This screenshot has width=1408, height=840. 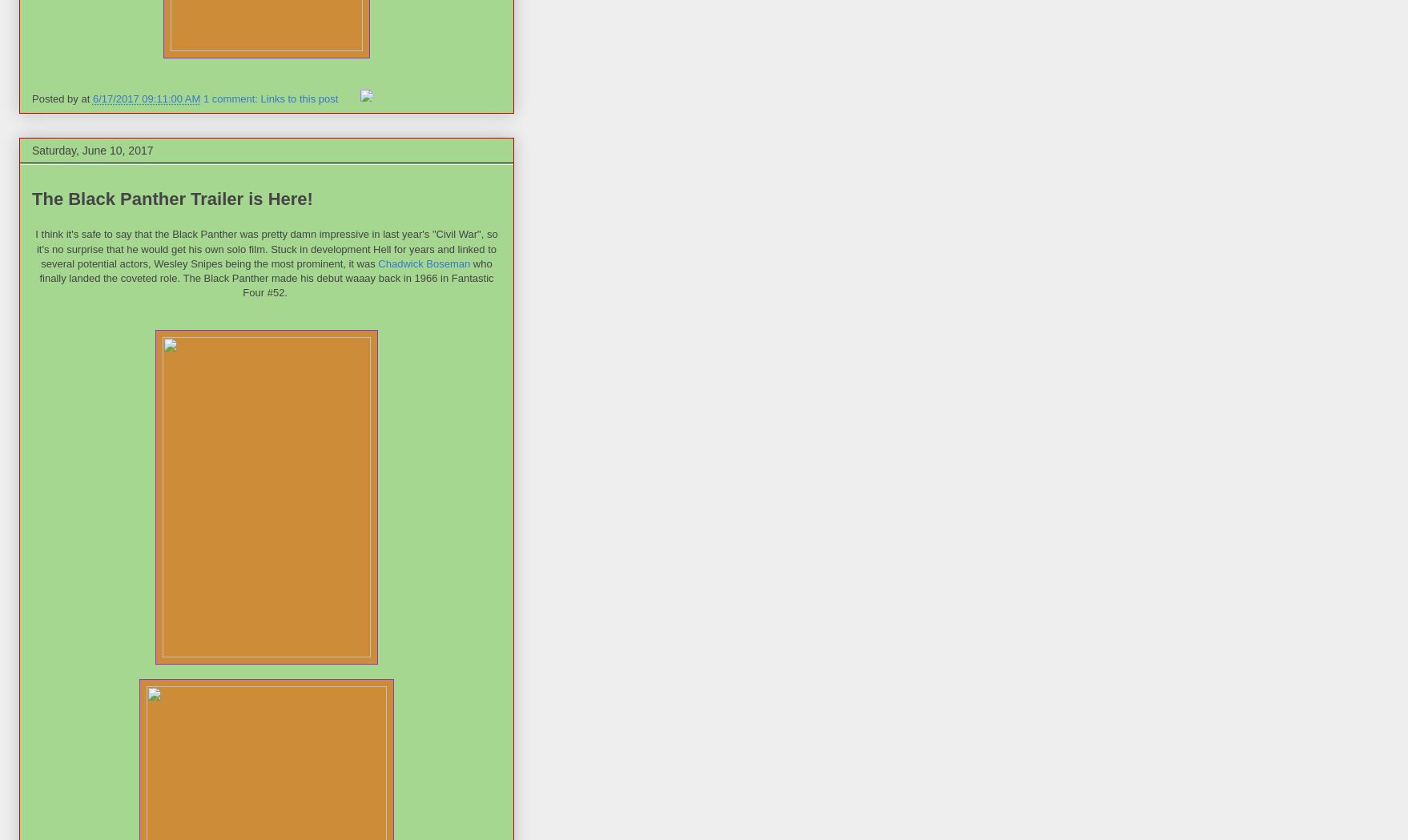 I want to click on 'I think it's safe to say that the Black Panther was pretty damn impressive in last year's "Civil War", so it's no surprise that he would get his own solo film. Stuck in development Hell for years and linked to several potential actors, Wesley Snipes being the most prominent, it was', so click(x=266, y=248).